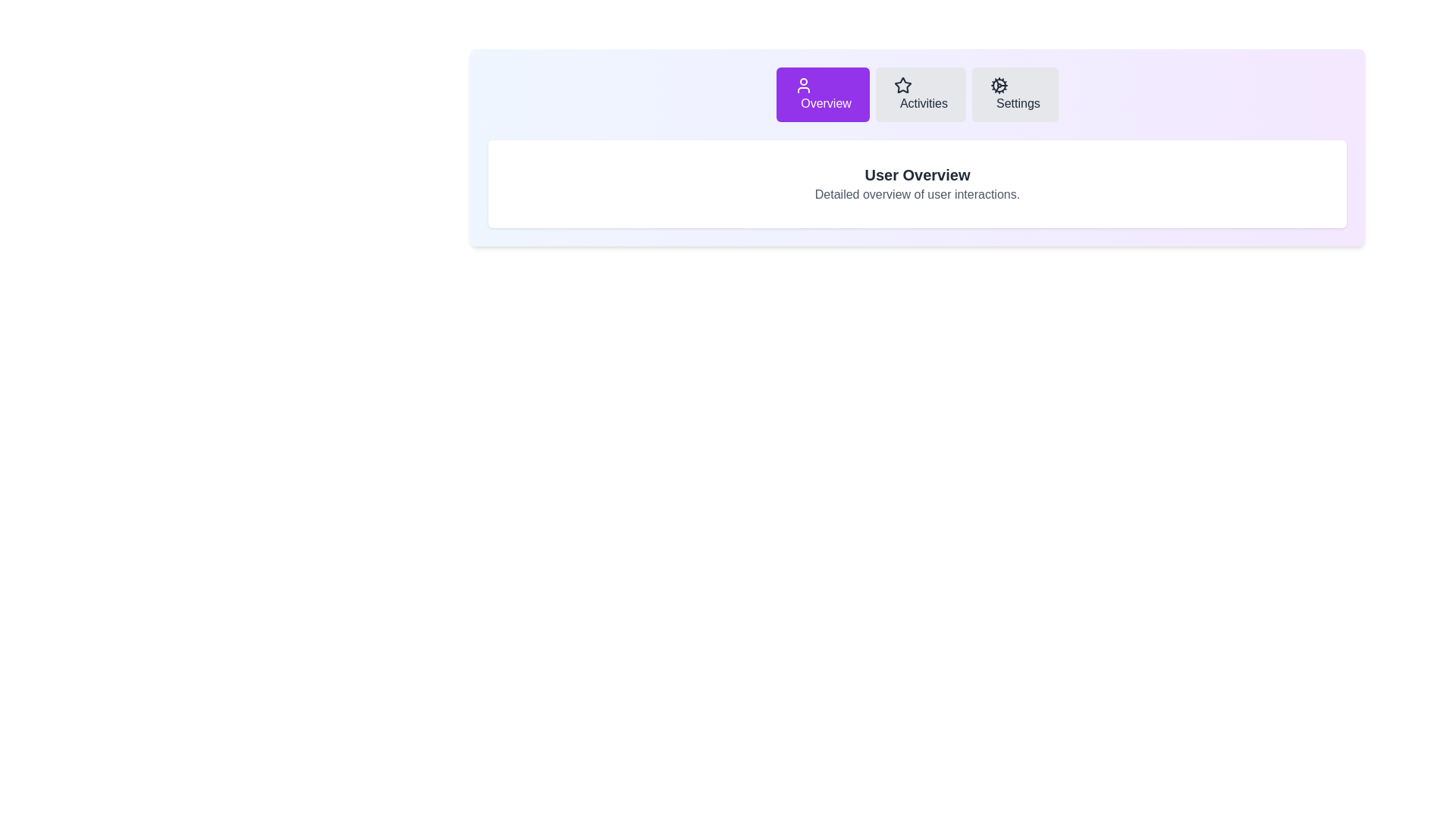 This screenshot has width=1456, height=819. Describe the element at coordinates (916, 174) in the screenshot. I see `the Text label (Header) that serves as the title for the section, located above the subtitle 'Detailed overview of user interactions.'` at that location.